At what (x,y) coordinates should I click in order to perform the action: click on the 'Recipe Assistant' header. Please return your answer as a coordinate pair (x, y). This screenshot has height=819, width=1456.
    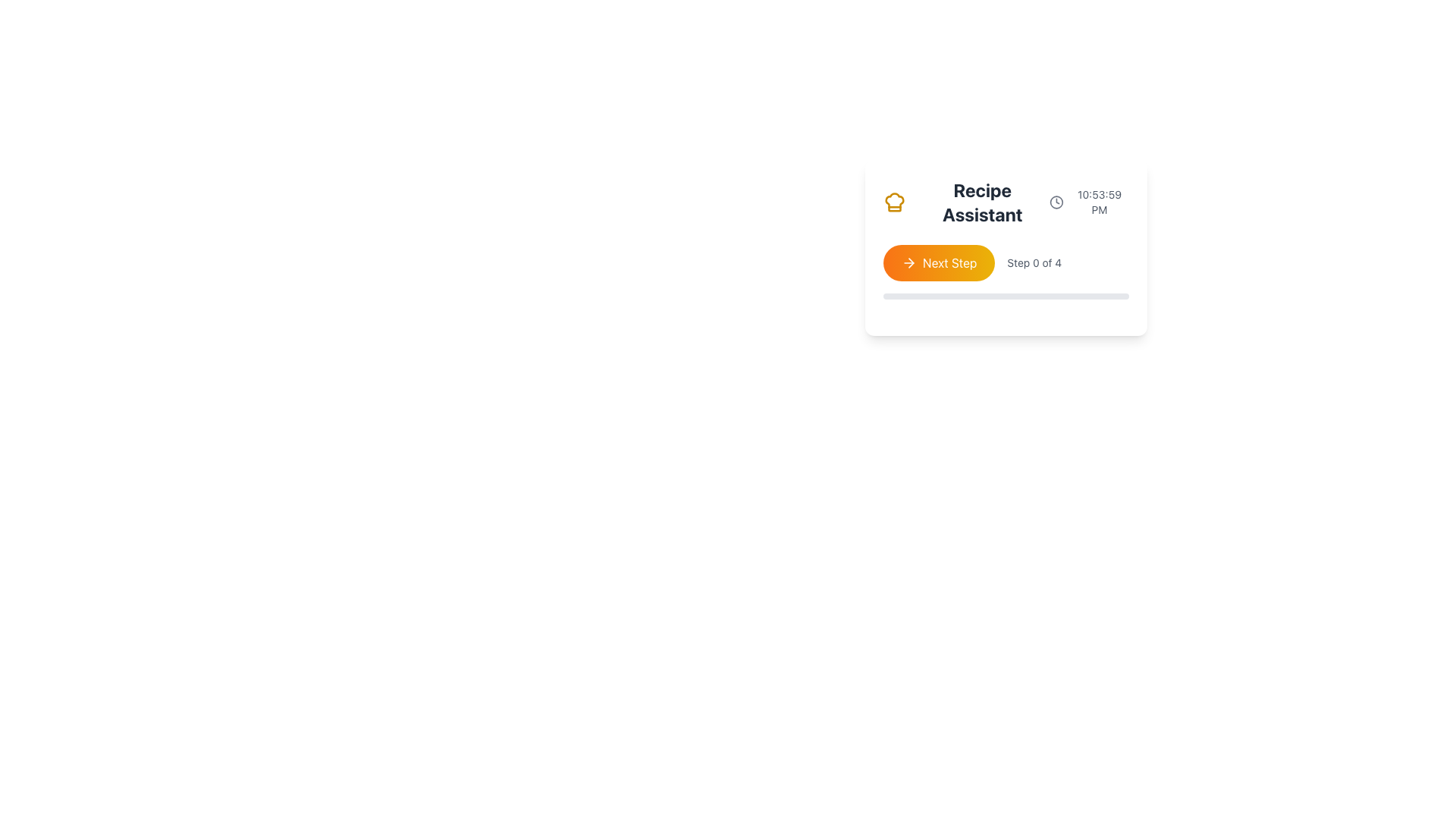
    Looking at the image, I should click on (1006, 201).